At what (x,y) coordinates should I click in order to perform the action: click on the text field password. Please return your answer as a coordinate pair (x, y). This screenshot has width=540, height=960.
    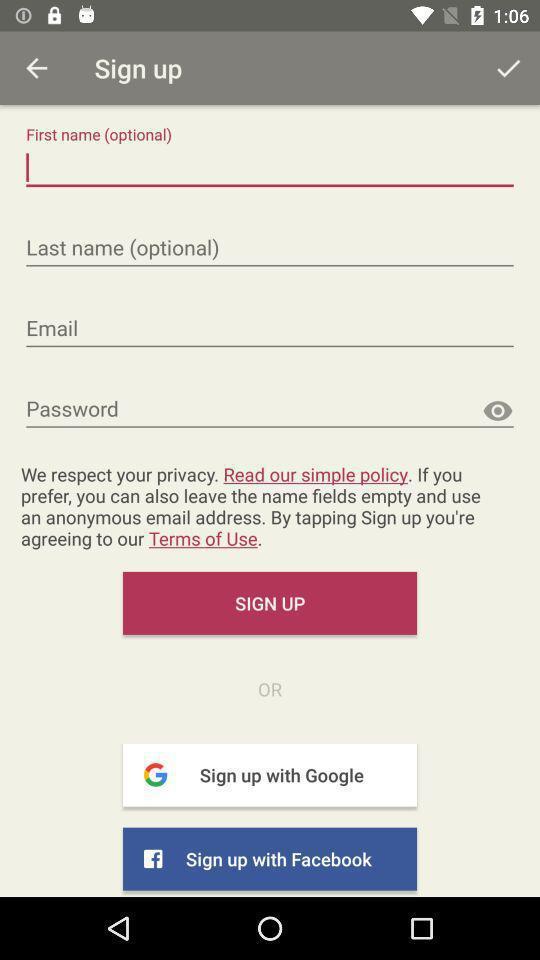
    Looking at the image, I should click on (270, 409).